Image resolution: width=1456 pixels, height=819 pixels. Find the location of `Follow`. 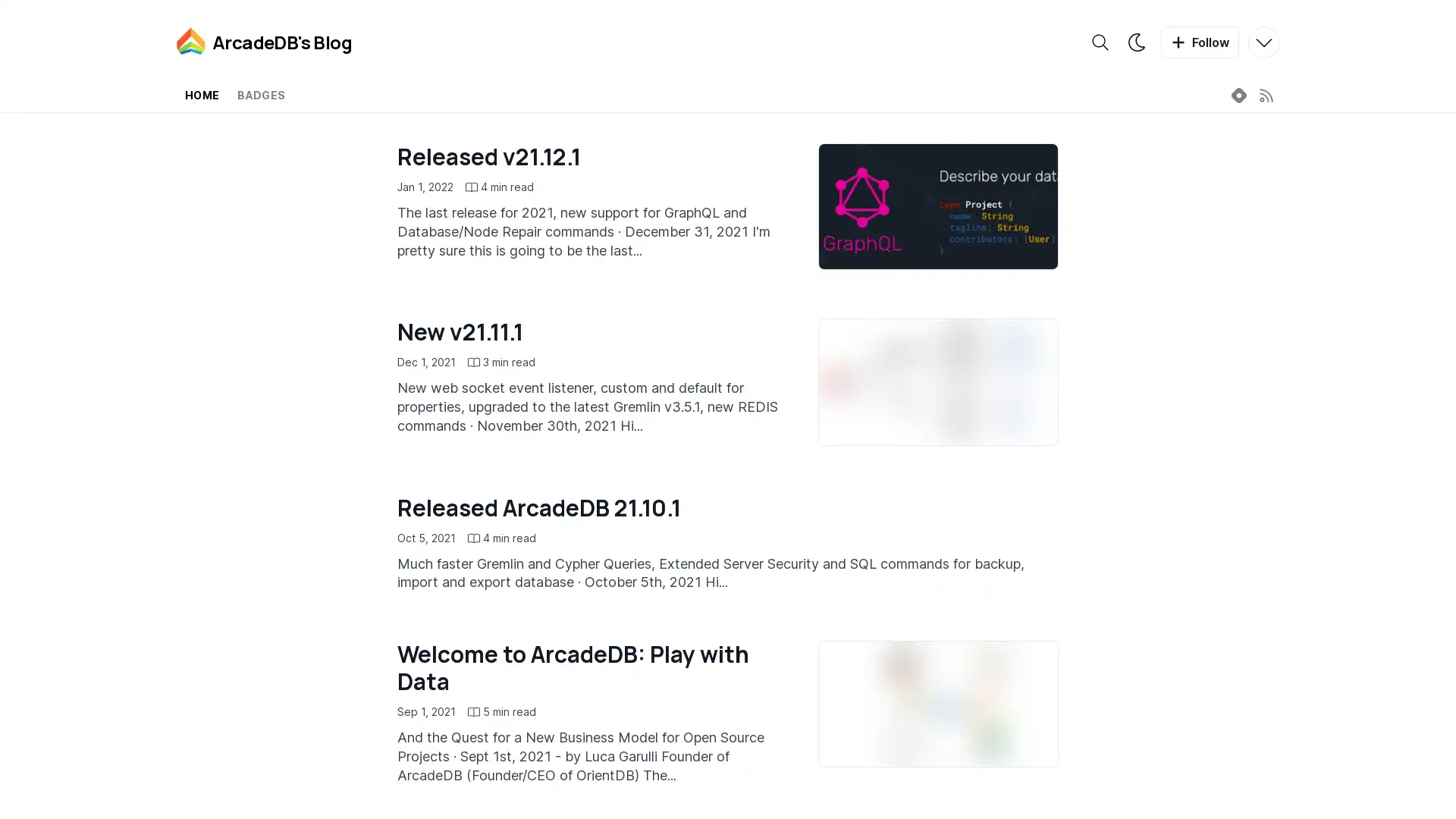

Follow is located at coordinates (1199, 42).